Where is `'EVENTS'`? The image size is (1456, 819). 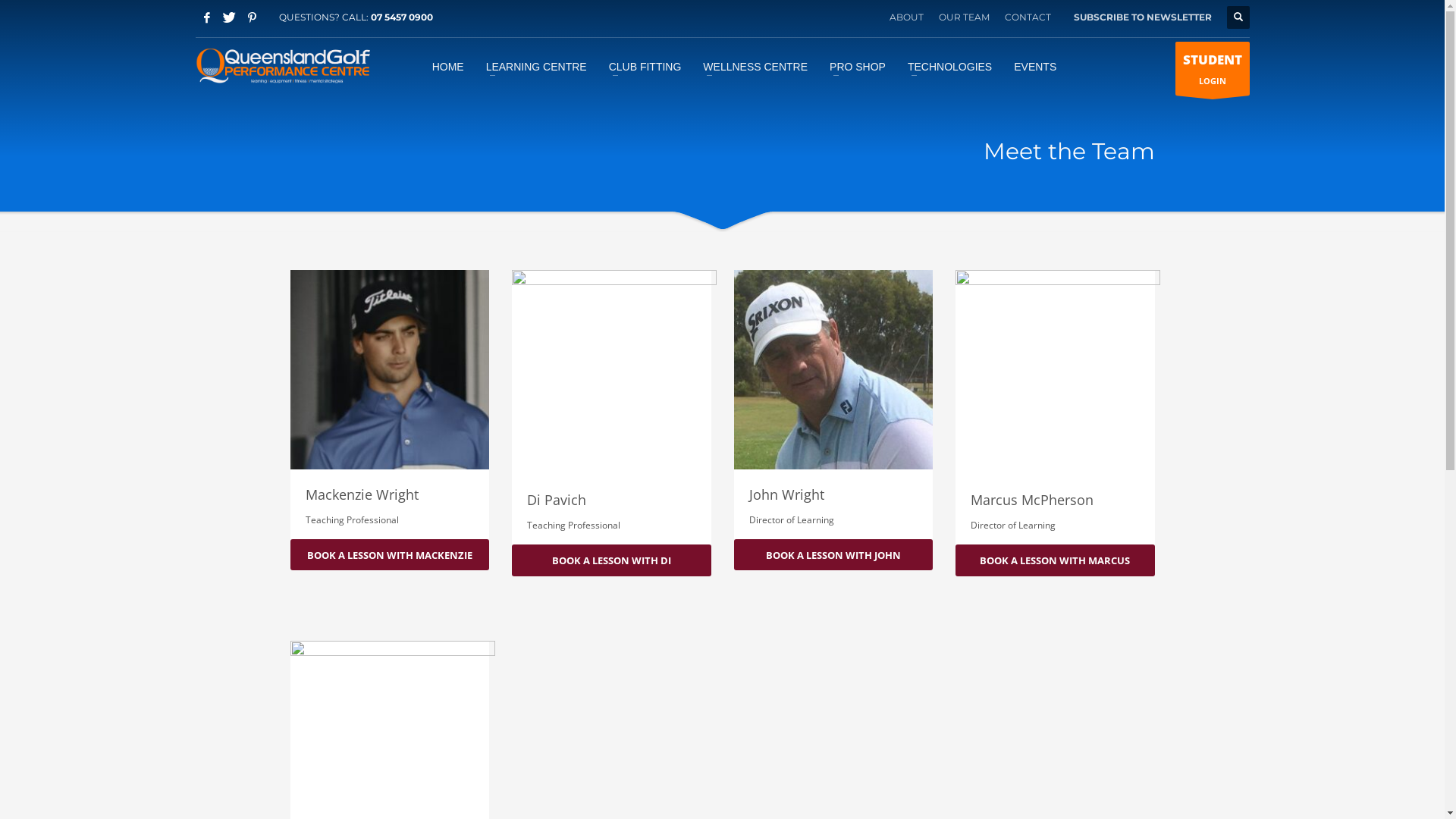
'EVENTS' is located at coordinates (1034, 65).